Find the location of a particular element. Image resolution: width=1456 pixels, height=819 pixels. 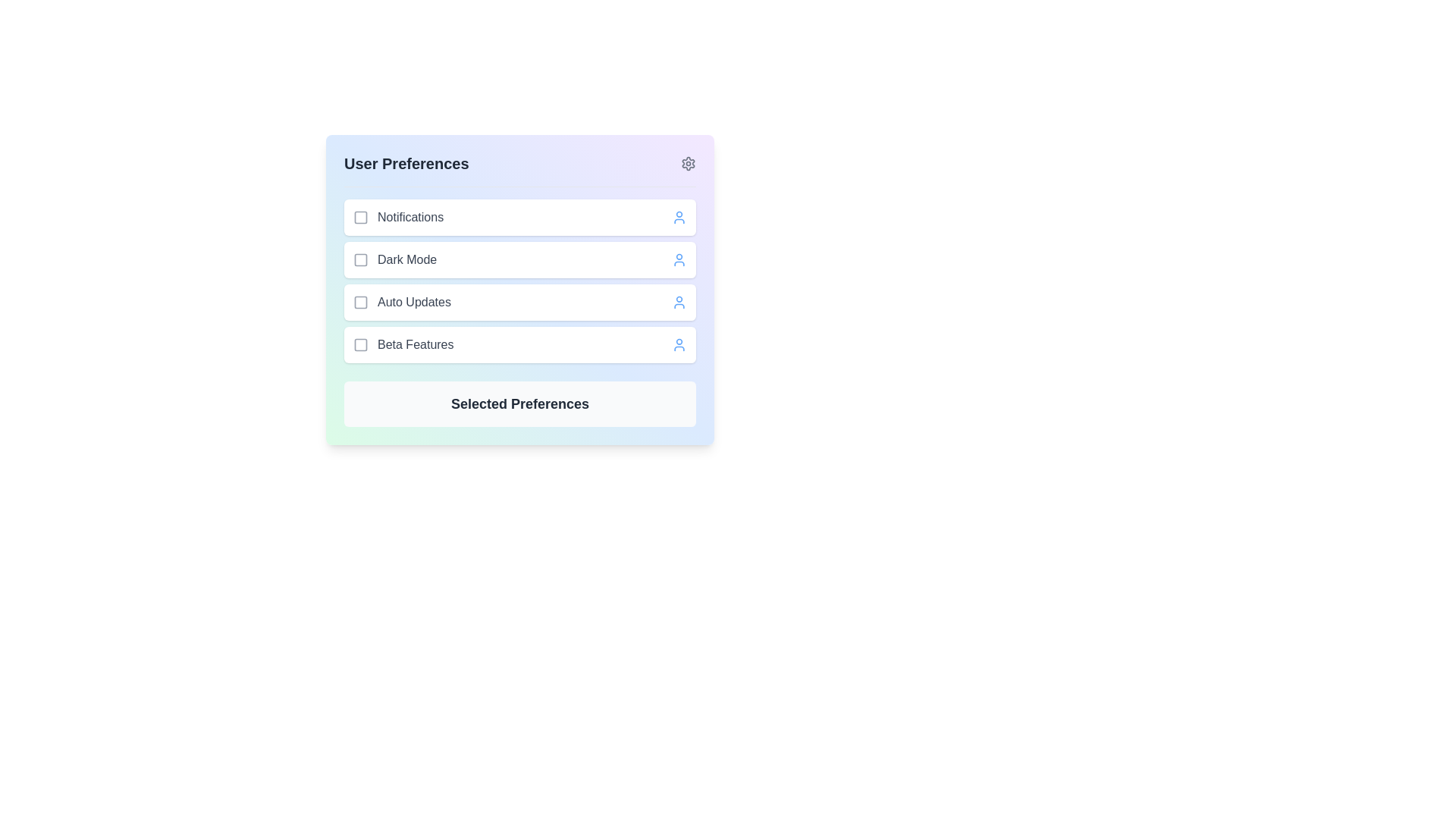

the checkbox associated with the 'Auto Updates' preference, which is the third option in the 'User Preferences' card is located at coordinates (402, 302).